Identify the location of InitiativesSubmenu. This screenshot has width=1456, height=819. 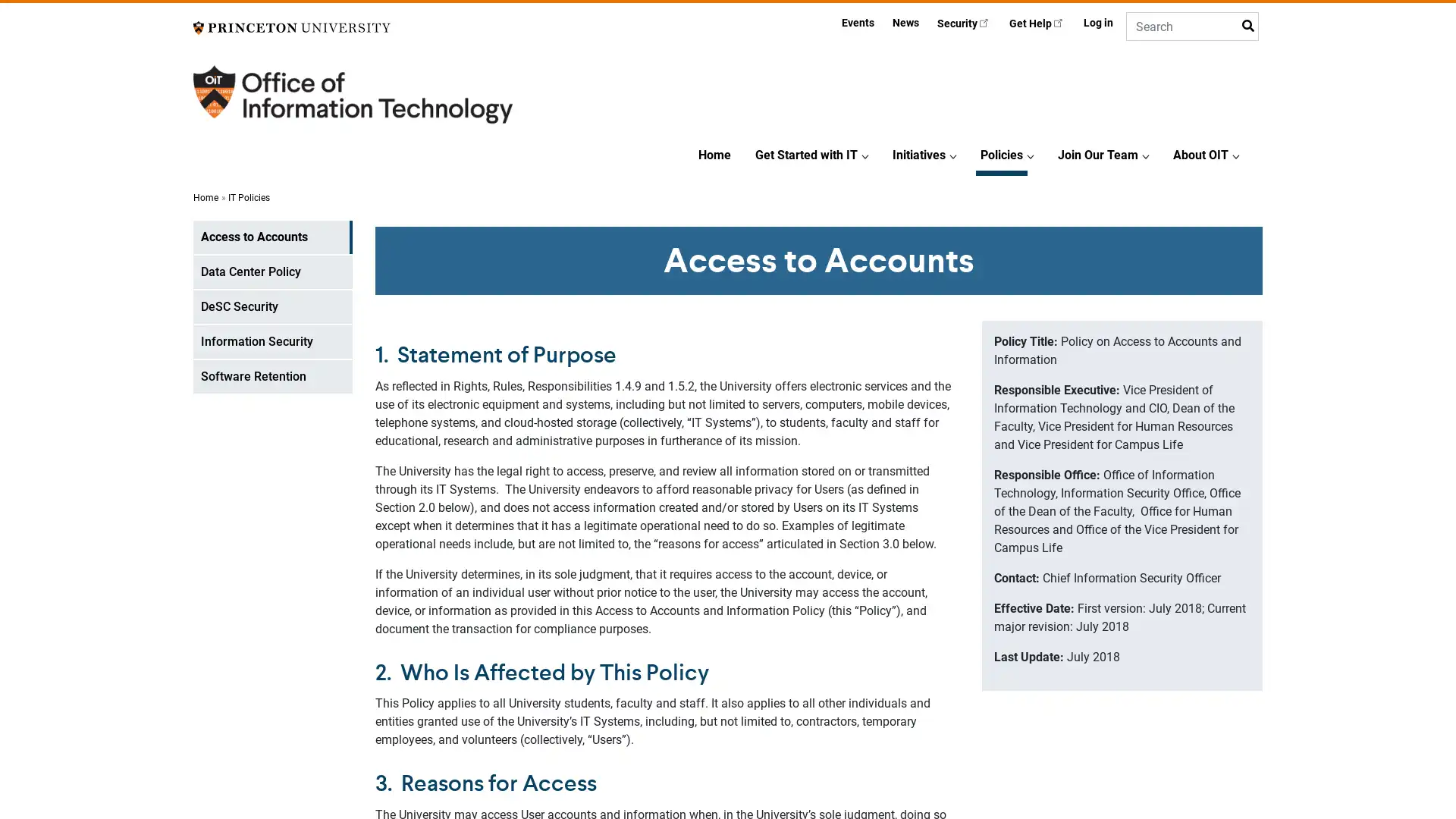
(952, 156).